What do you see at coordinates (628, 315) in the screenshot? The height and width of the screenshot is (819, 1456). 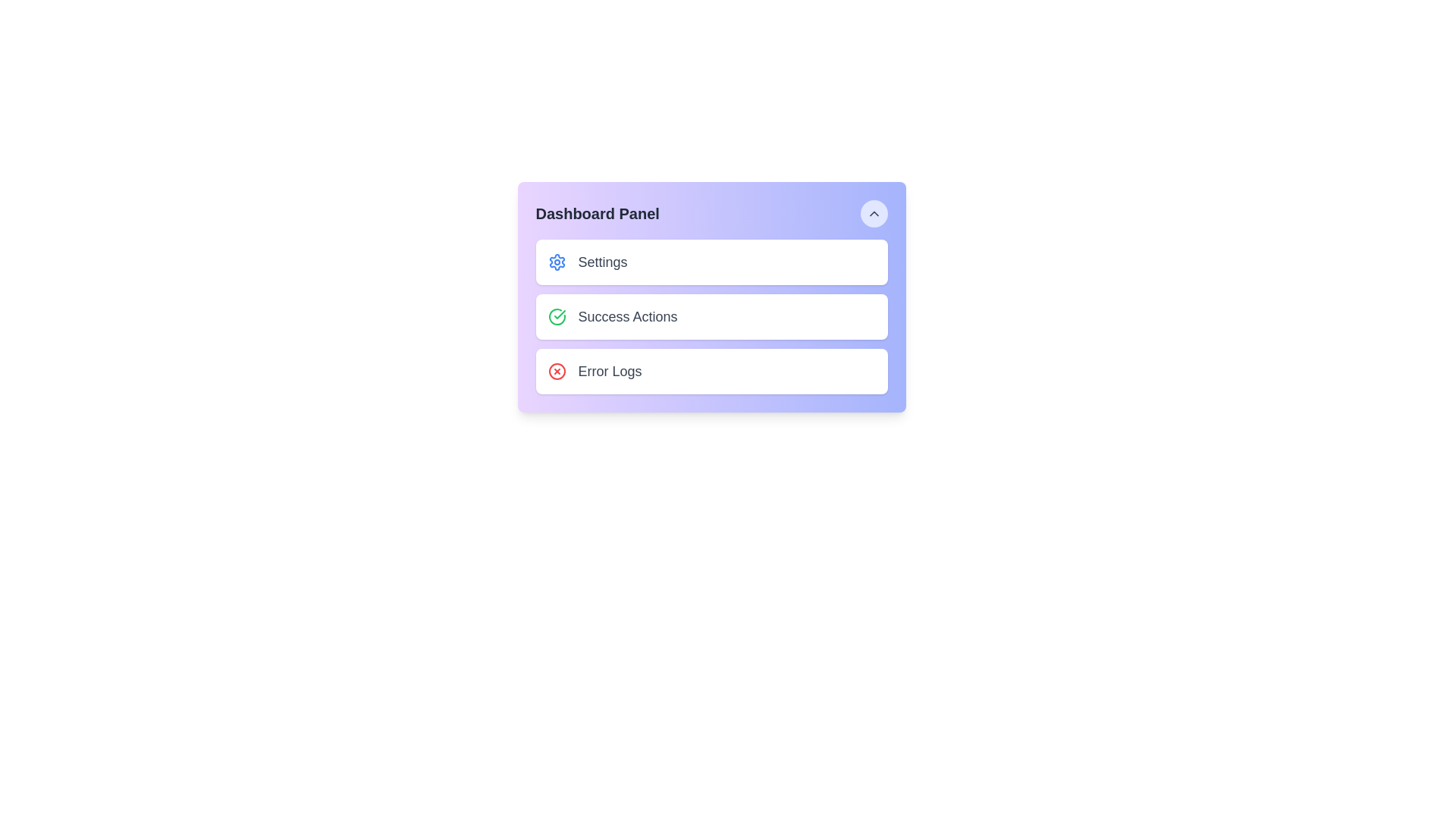 I see `the text label indicating successful operations or status, which is positioned to the right of the green checkmark icon within the 'Dashboard Panel'` at bounding box center [628, 315].